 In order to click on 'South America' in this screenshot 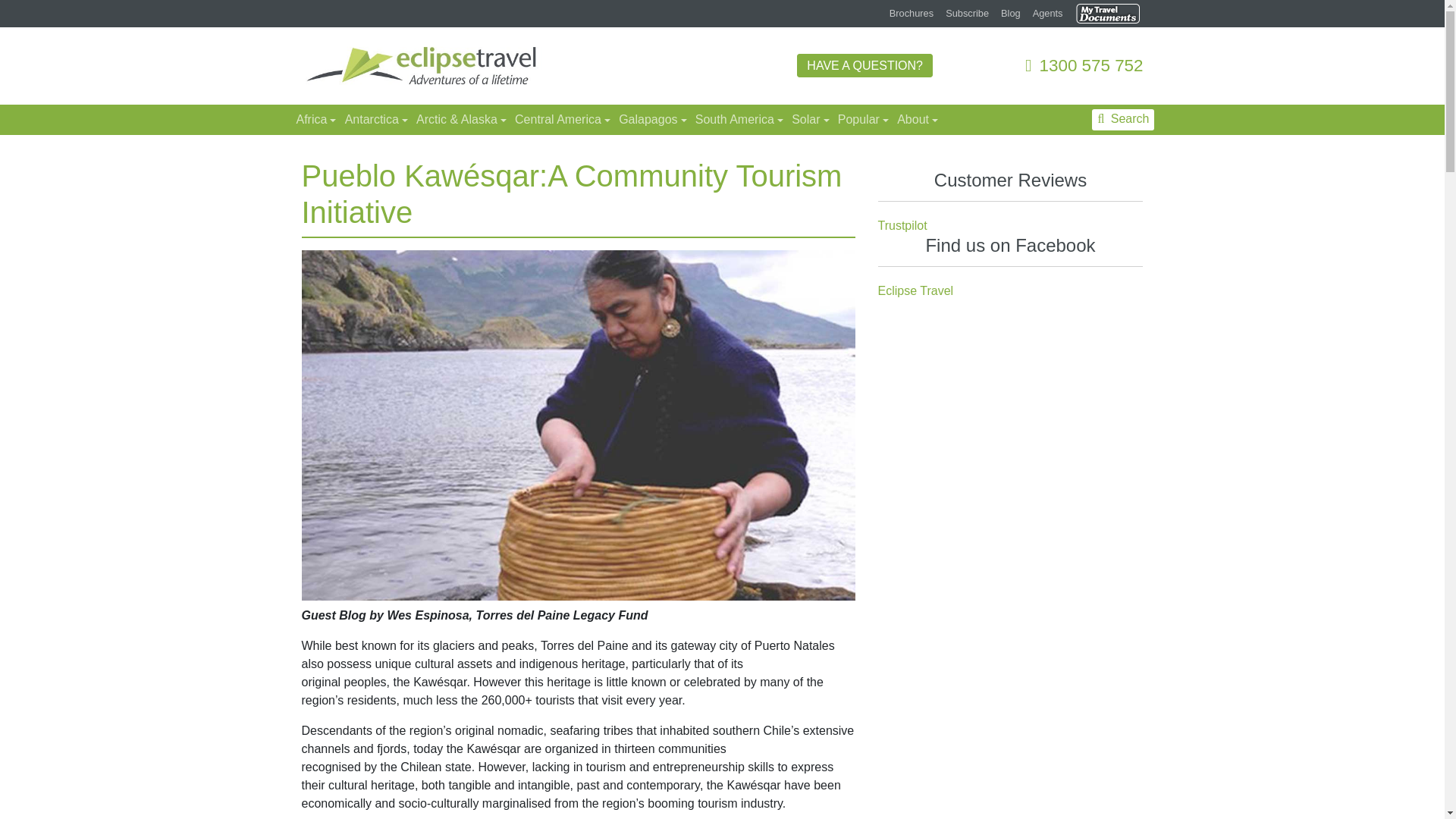, I will do `click(737, 119)`.